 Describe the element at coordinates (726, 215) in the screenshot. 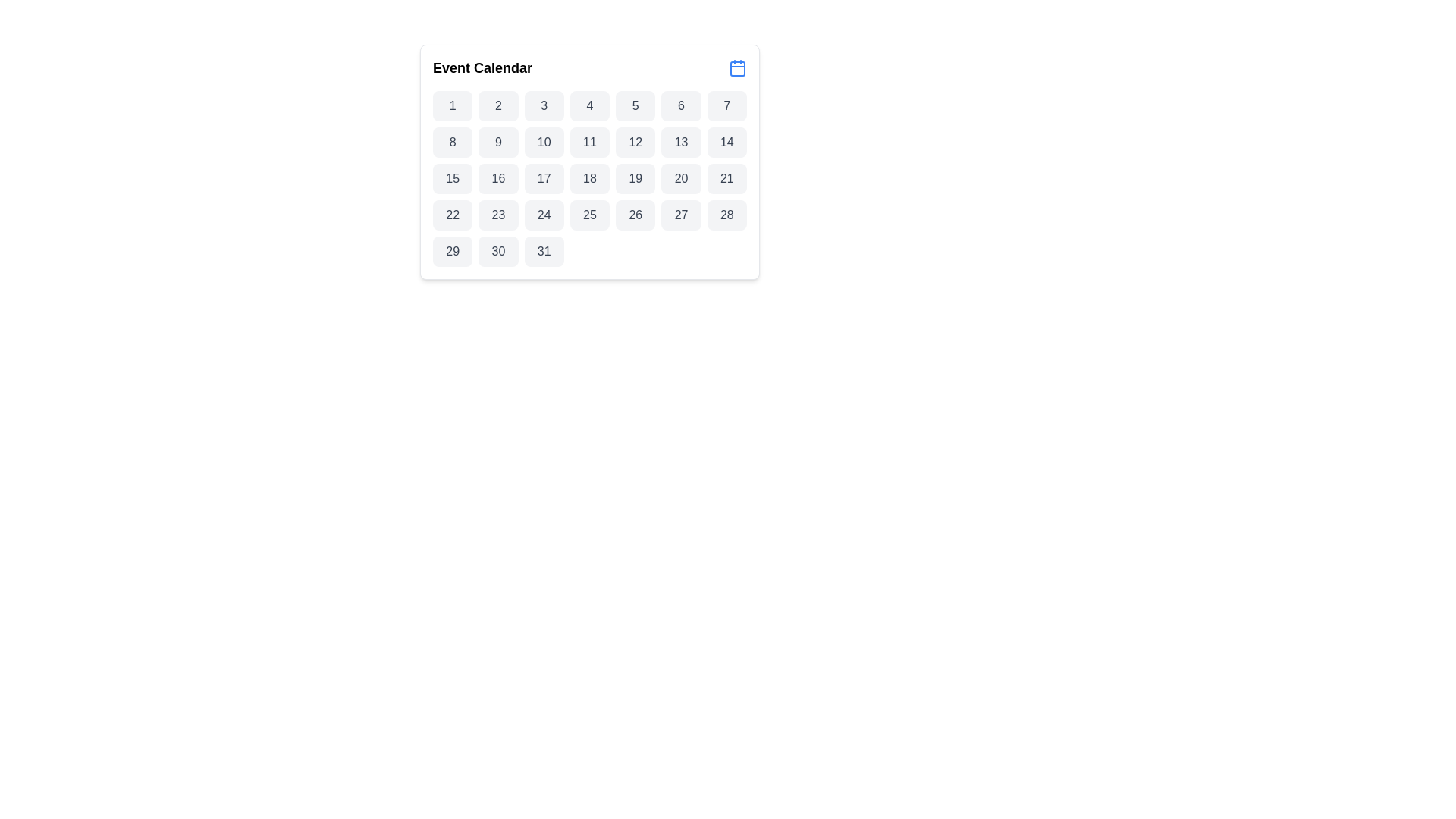

I see `the square button with rounded corners displaying the number '28' in gray text on a light gray background, located in the calendar interface` at that location.